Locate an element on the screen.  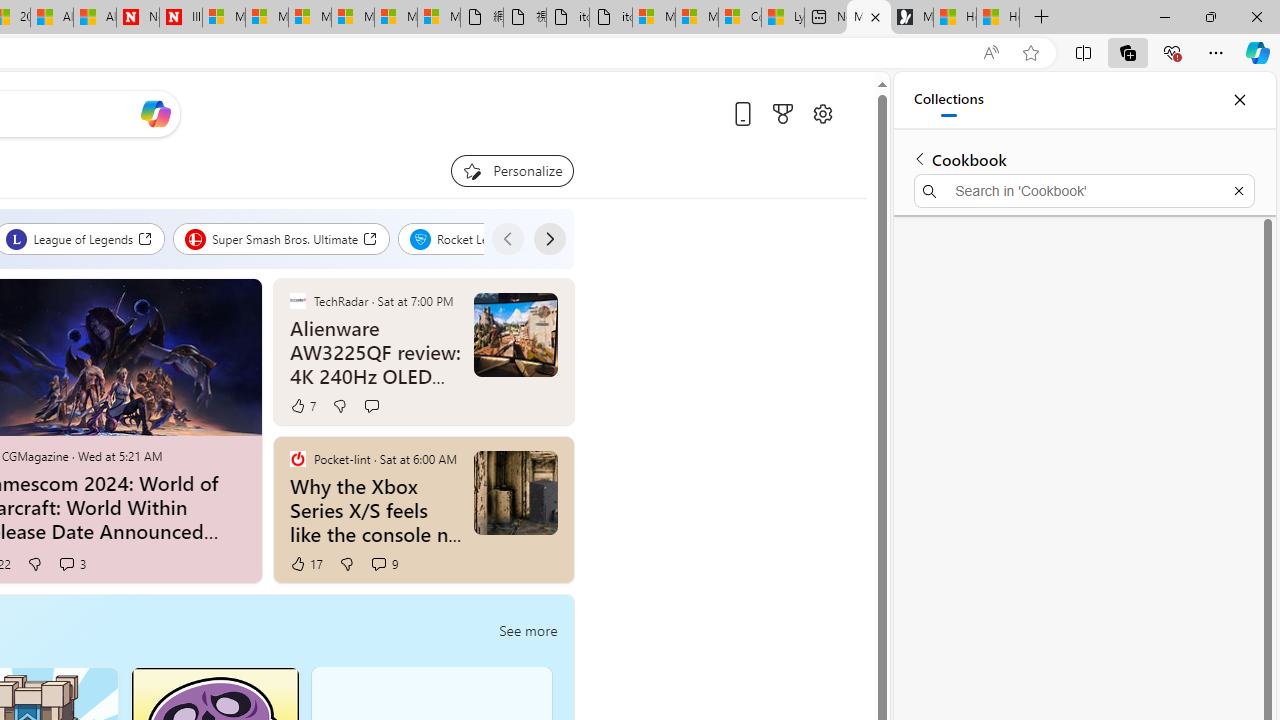
'View comments 3 Comment' is located at coordinates (71, 564).